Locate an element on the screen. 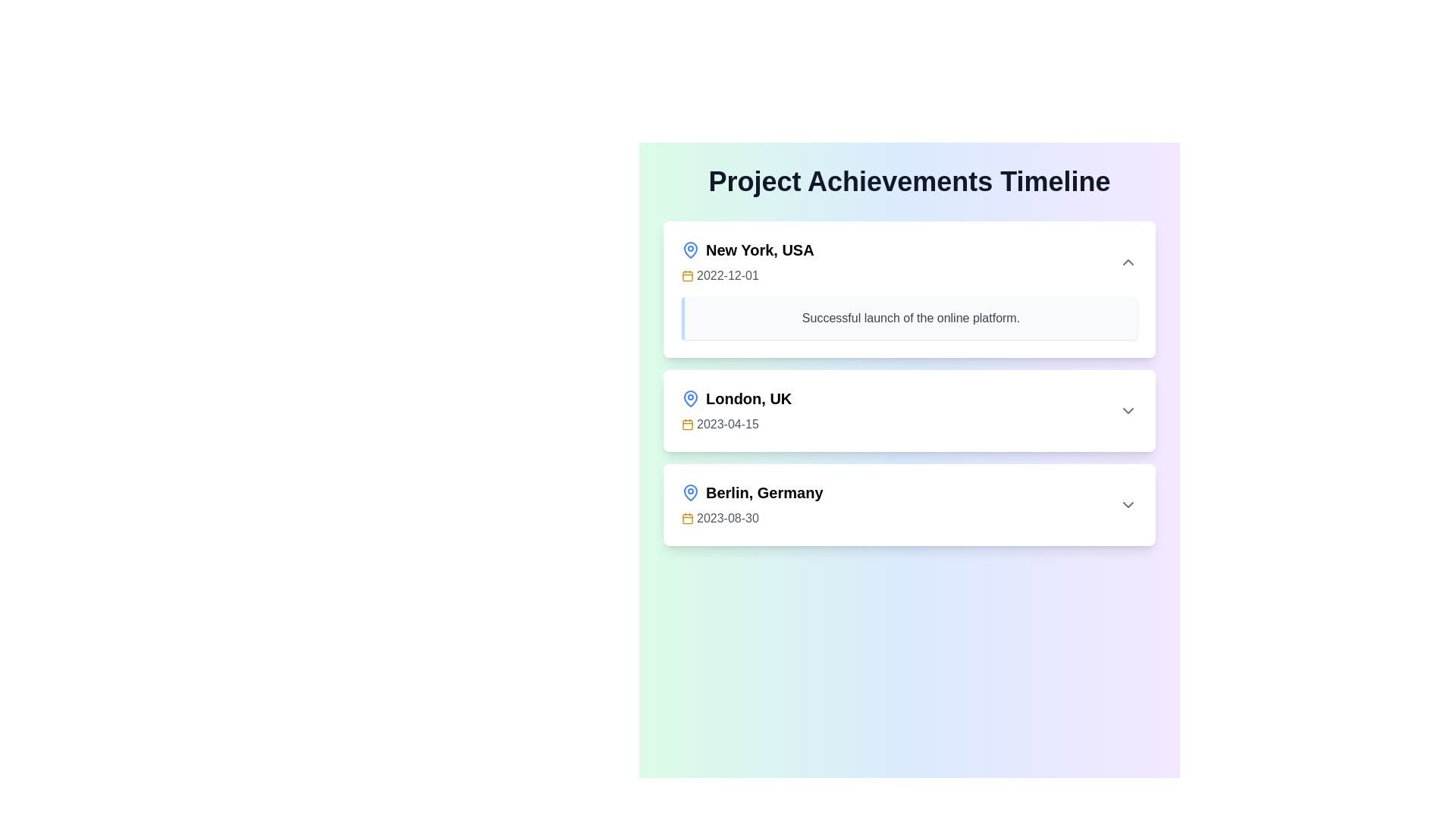  the chevron icon button on the rightmost side of the row labeled 'Berlin, Germany 2023-08-30' is located at coordinates (1128, 505).